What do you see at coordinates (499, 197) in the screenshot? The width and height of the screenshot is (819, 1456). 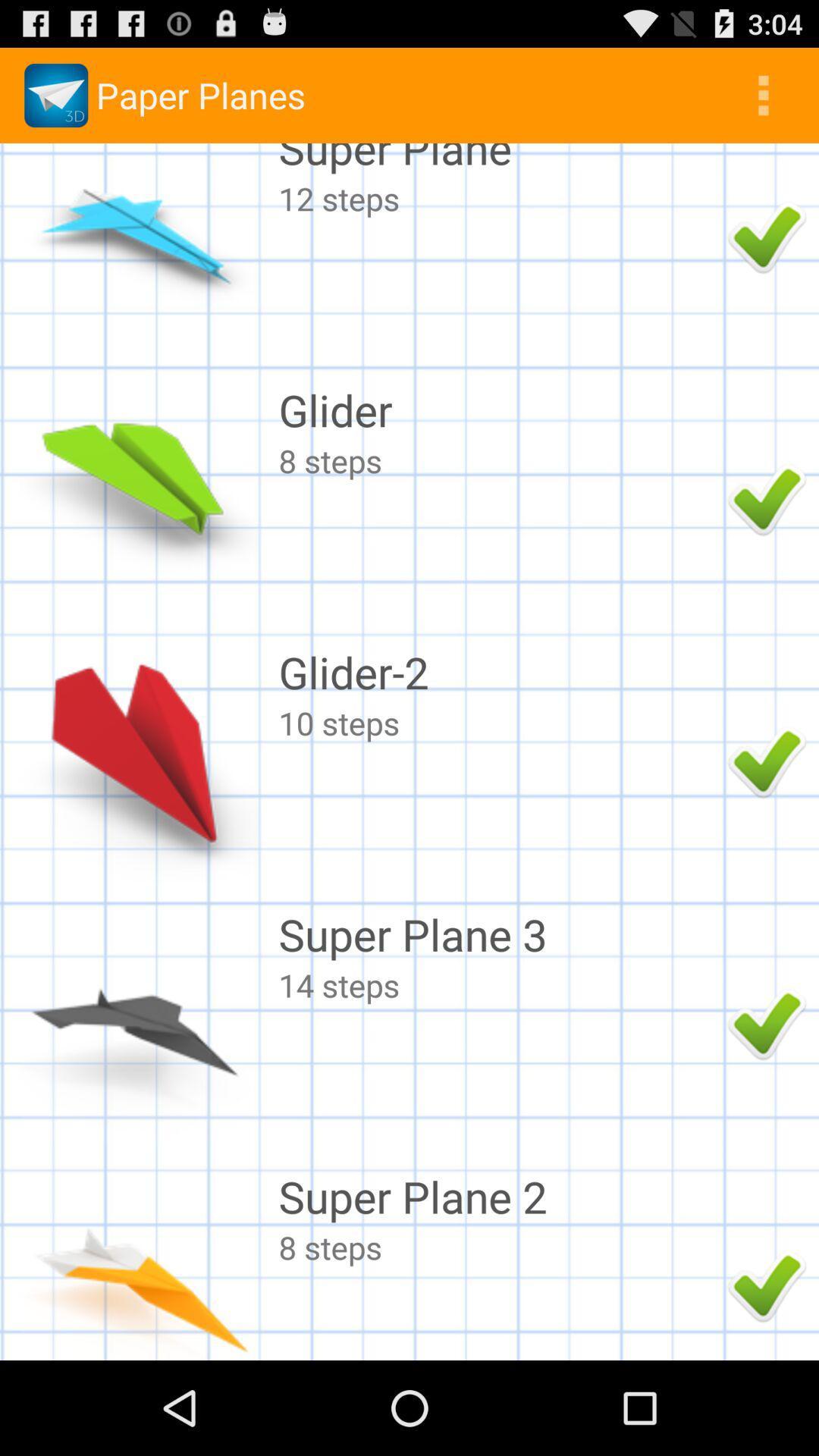 I see `the icon below super plane  item` at bounding box center [499, 197].